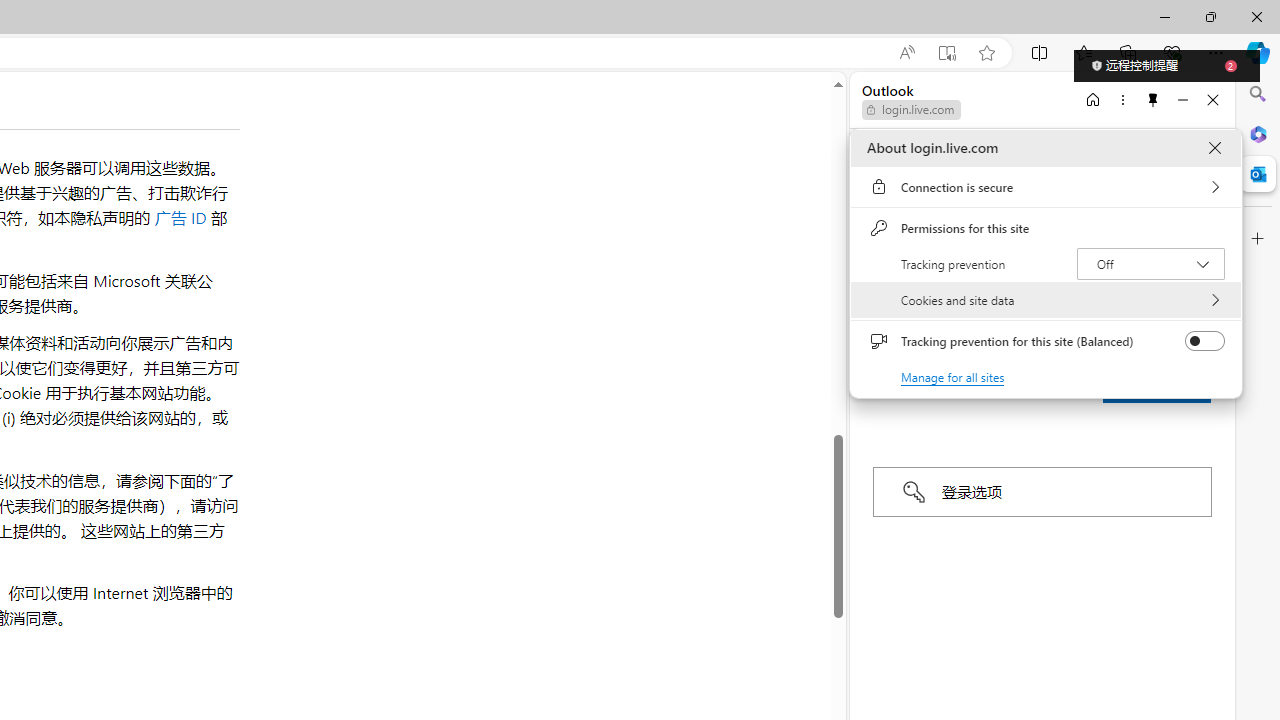 The image size is (1280, 720). Describe the element at coordinates (1150, 262) in the screenshot. I see `'Tracking prevention Off'` at that location.